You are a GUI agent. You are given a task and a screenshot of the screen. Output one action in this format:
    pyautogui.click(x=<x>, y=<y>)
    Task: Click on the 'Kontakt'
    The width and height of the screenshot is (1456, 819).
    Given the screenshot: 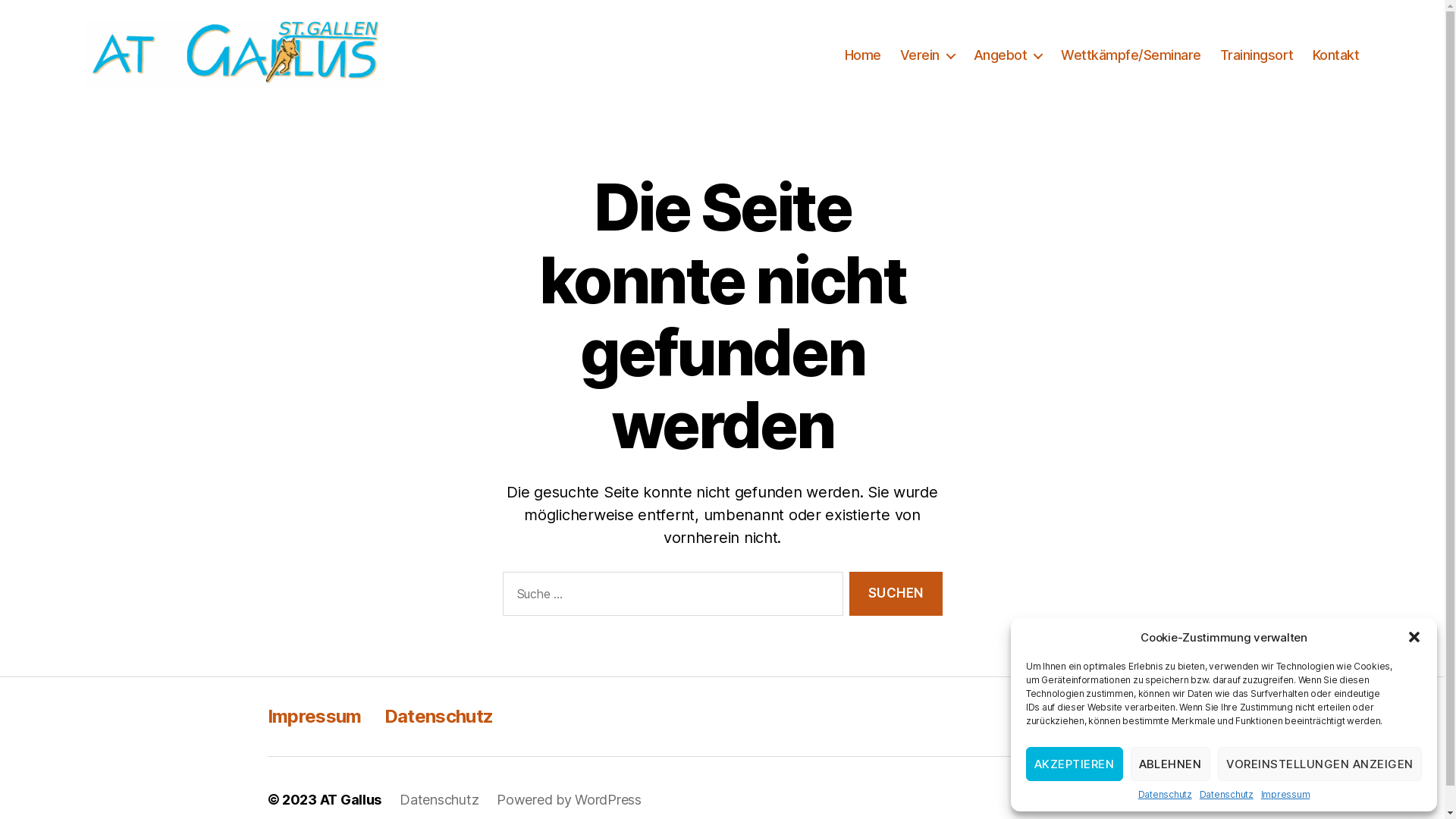 What is the action you would take?
    pyautogui.click(x=1312, y=55)
    